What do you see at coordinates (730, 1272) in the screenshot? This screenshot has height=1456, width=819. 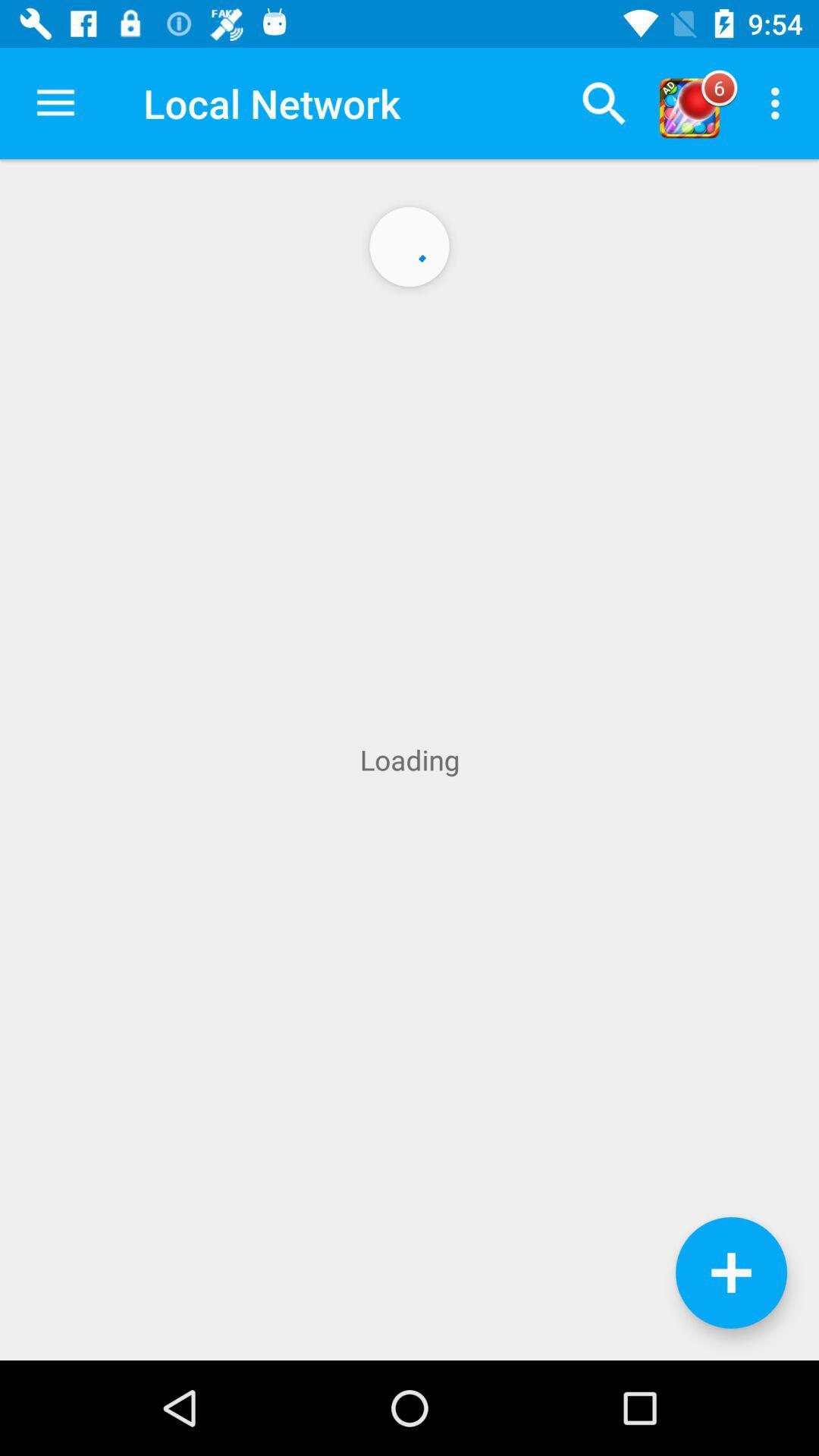 I see `the add icon` at bounding box center [730, 1272].